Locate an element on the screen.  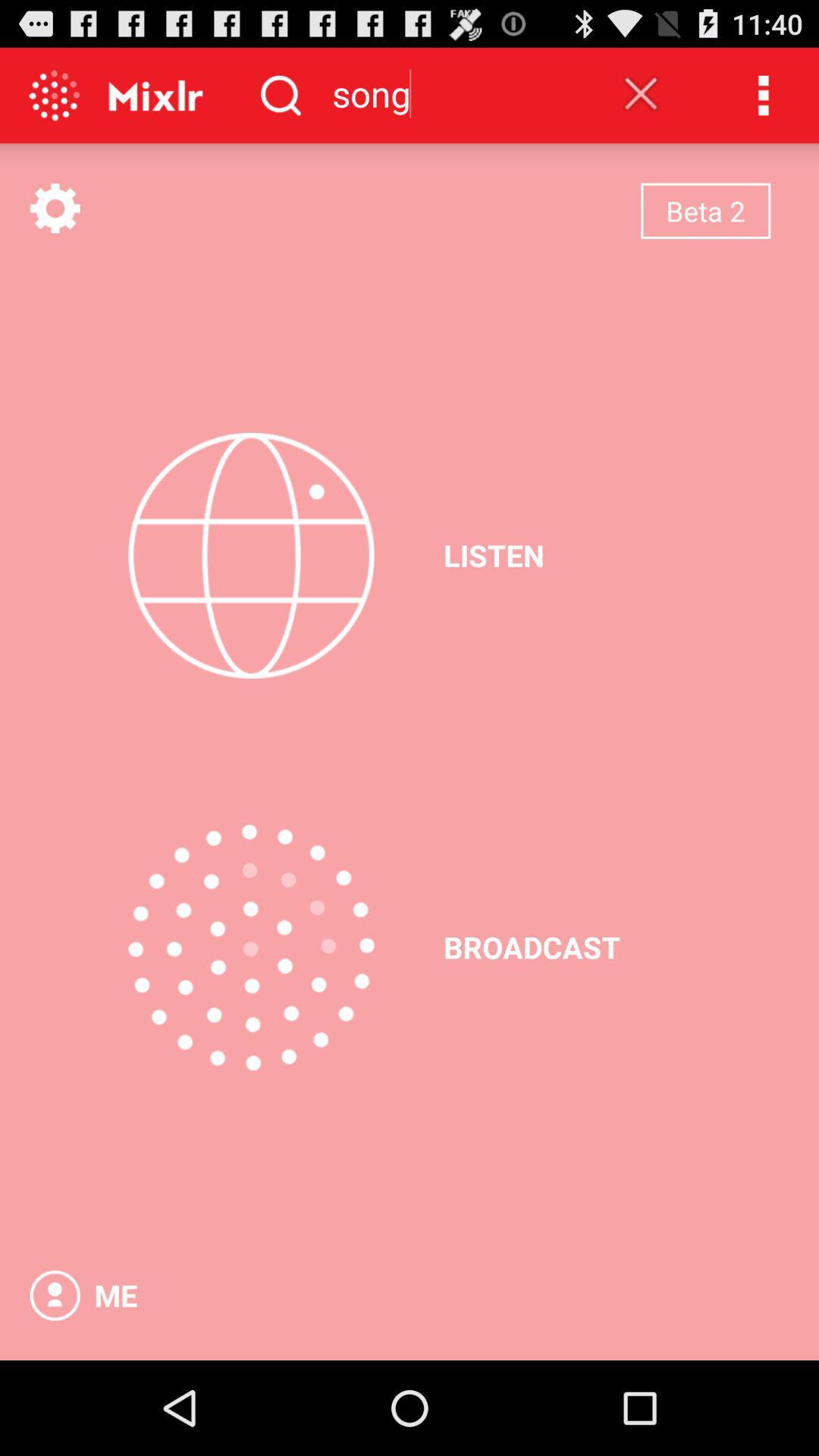
open settings is located at coordinates (54, 207).